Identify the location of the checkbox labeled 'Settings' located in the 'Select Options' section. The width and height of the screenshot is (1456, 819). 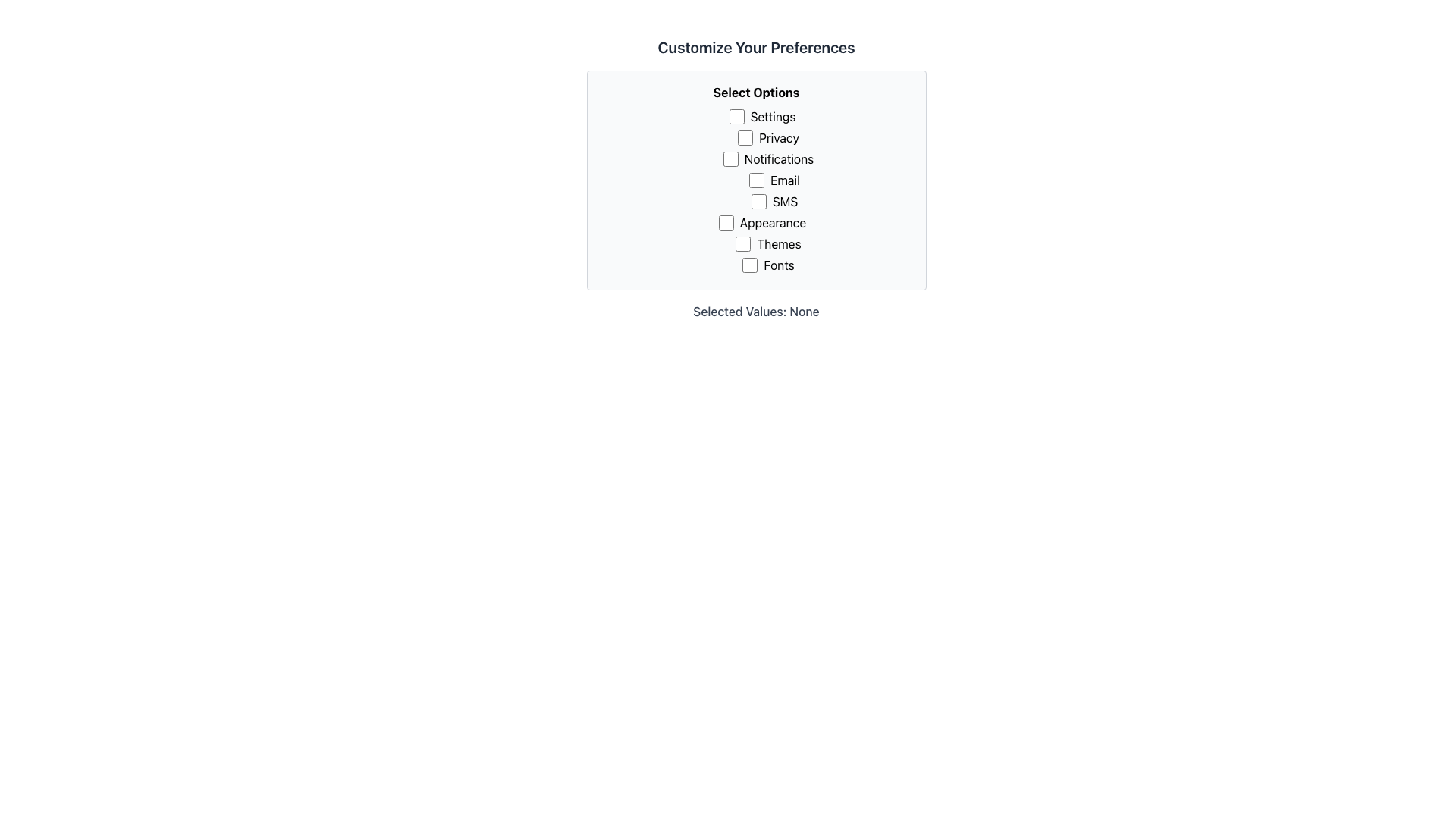
(736, 116).